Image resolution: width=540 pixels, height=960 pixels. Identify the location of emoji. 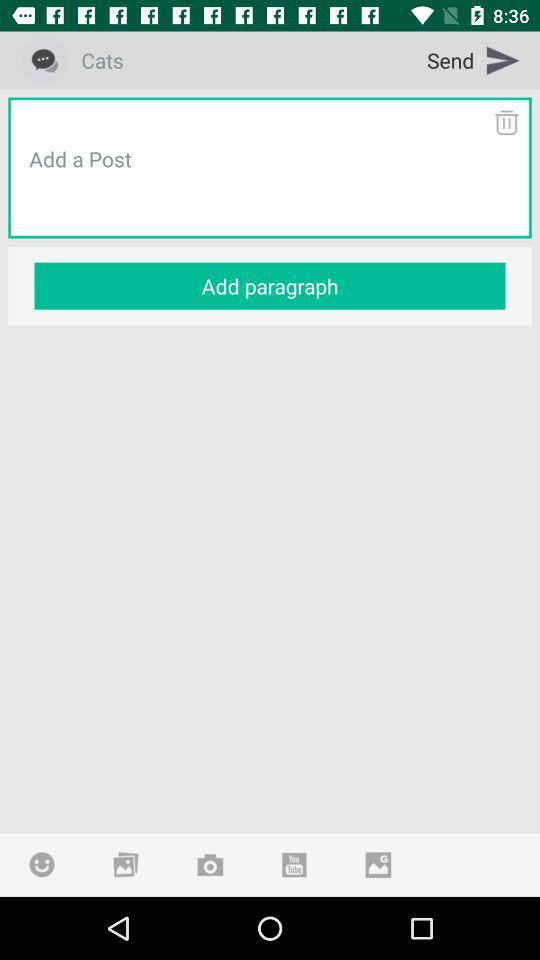
(42, 863).